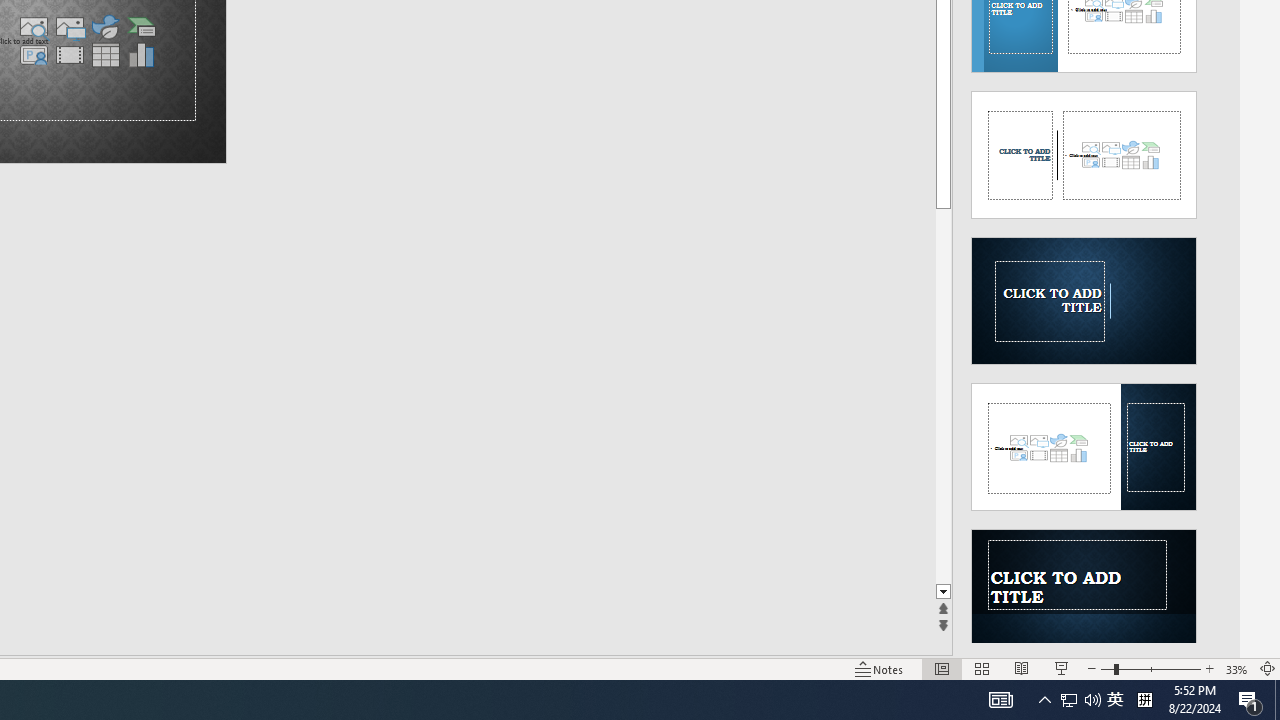  Describe the element at coordinates (982, 669) in the screenshot. I see `'Slide Sorter'` at that location.